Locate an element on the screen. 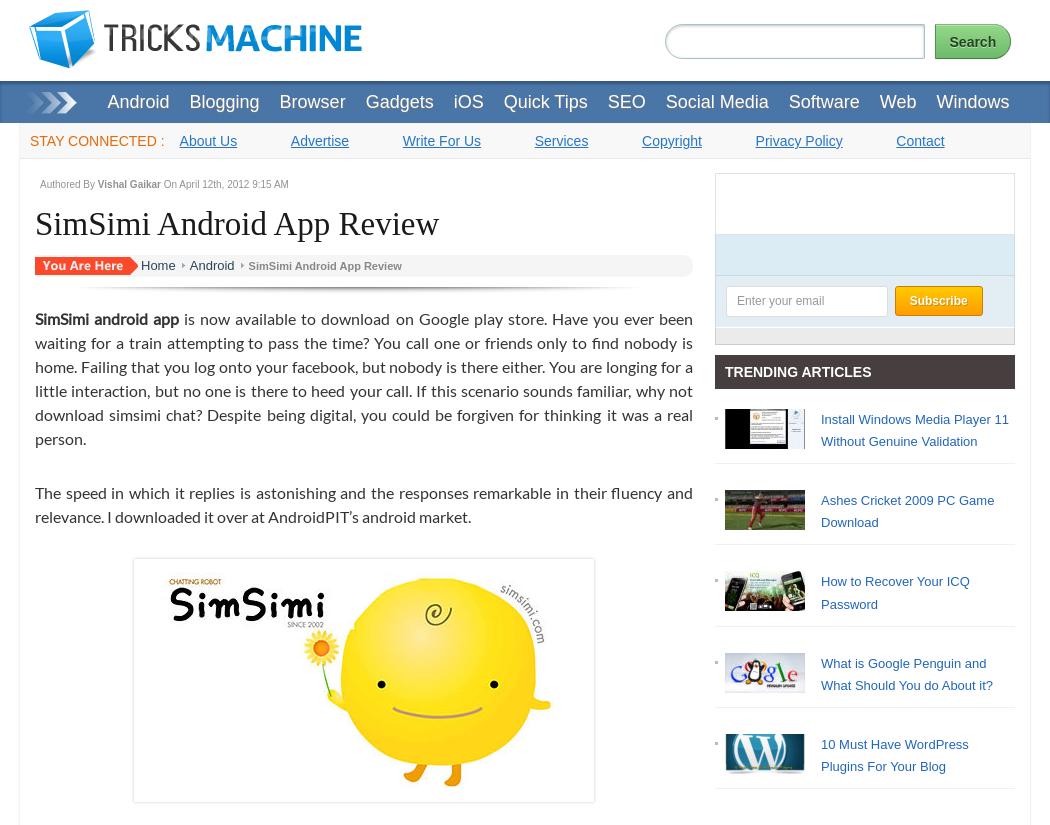  'Android' is located at coordinates (188, 263).